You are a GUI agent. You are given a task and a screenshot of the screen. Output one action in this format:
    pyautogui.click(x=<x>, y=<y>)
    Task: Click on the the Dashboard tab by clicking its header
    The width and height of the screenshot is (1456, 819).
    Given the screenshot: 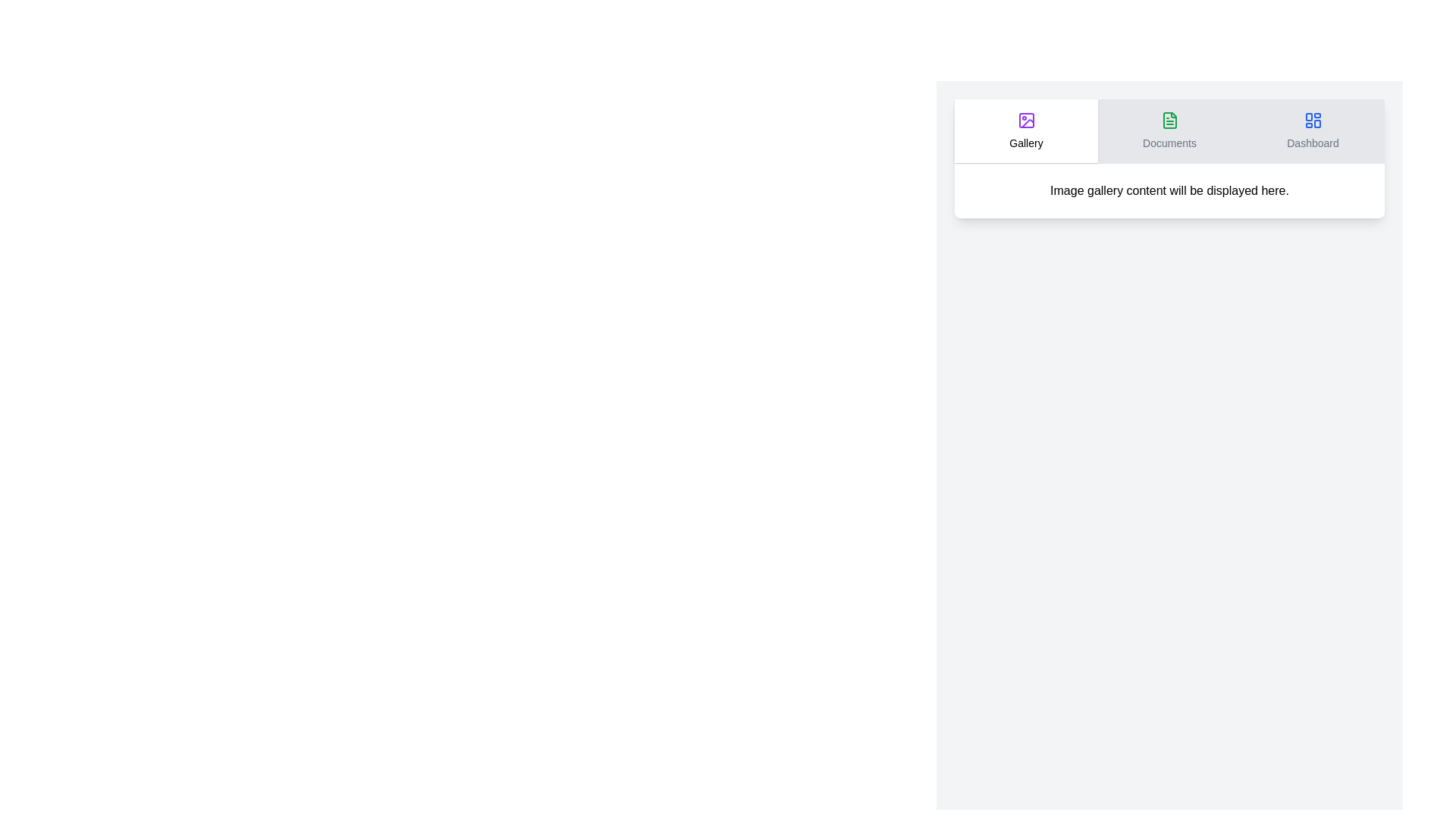 What is the action you would take?
    pyautogui.click(x=1312, y=130)
    